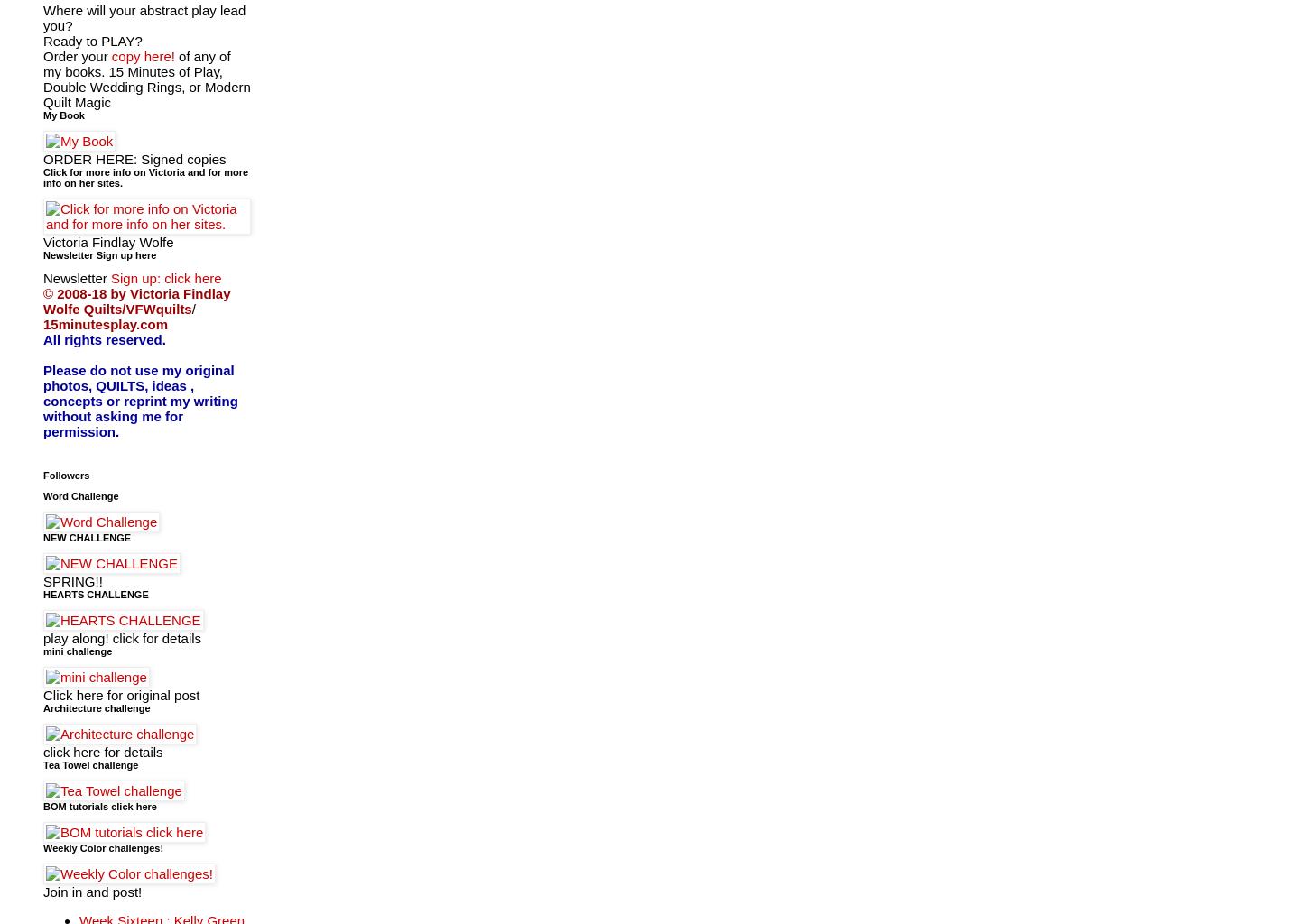  Describe the element at coordinates (91, 39) in the screenshot. I see `'Ready to PLAY?'` at that location.